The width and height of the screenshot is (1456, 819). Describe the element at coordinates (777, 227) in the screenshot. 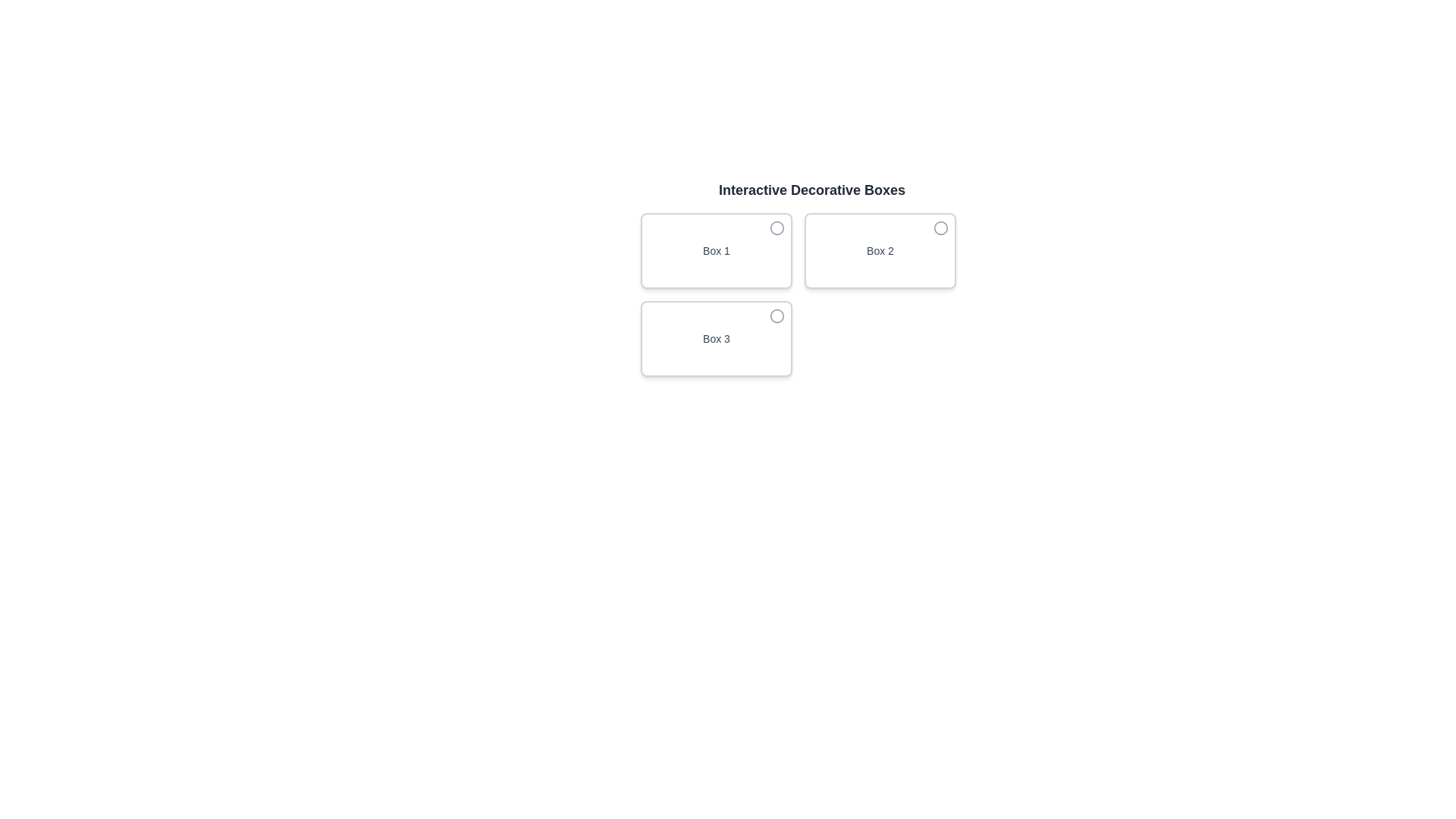

I see `the circular Icon or Status Indicator located in the top-right corner of 'Box 1', which is part of a grid layout of three boxes` at that location.